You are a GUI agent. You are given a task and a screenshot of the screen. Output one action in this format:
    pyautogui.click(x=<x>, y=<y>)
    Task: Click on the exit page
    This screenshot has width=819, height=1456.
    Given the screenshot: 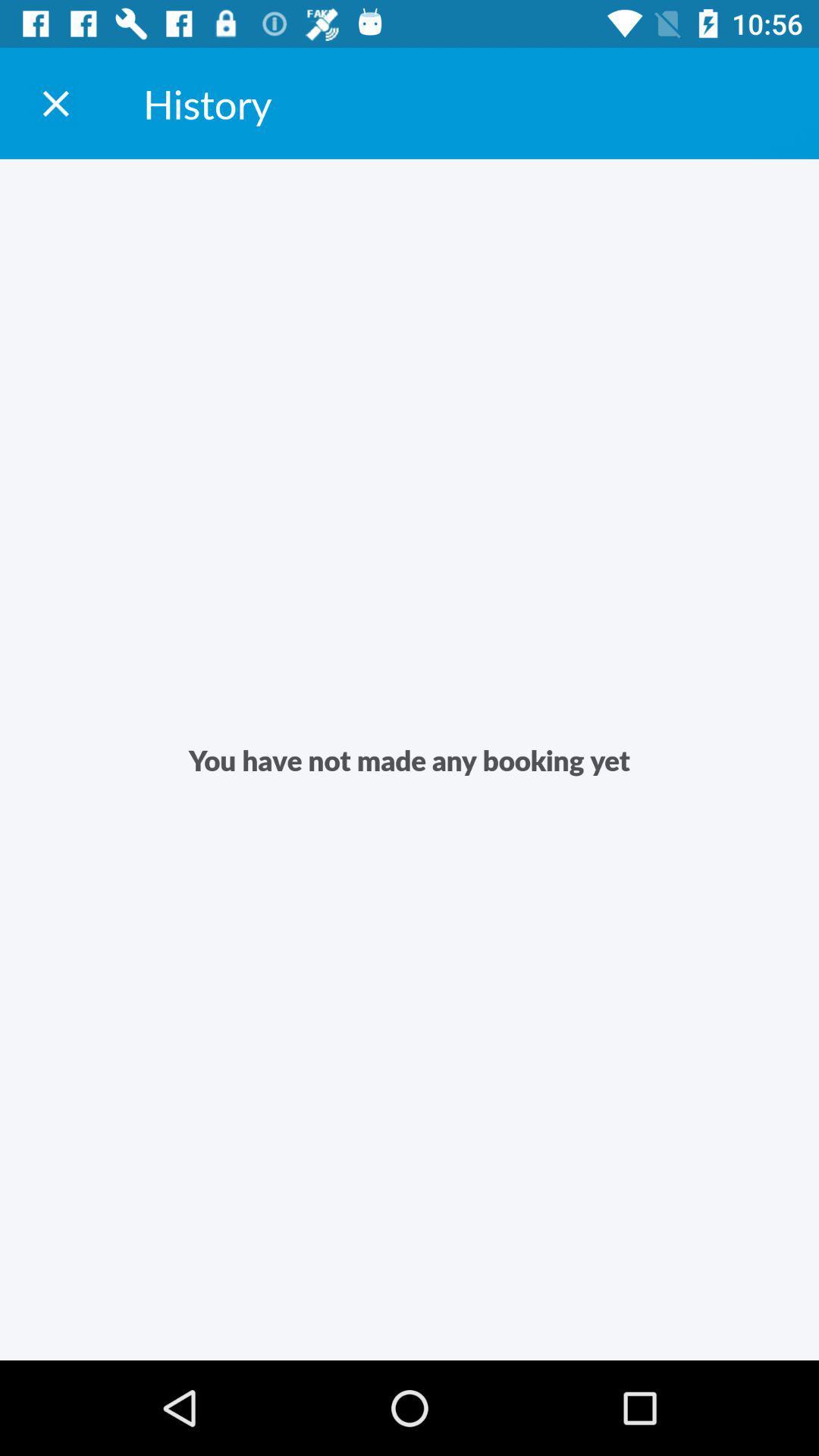 What is the action you would take?
    pyautogui.click(x=55, y=102)
    